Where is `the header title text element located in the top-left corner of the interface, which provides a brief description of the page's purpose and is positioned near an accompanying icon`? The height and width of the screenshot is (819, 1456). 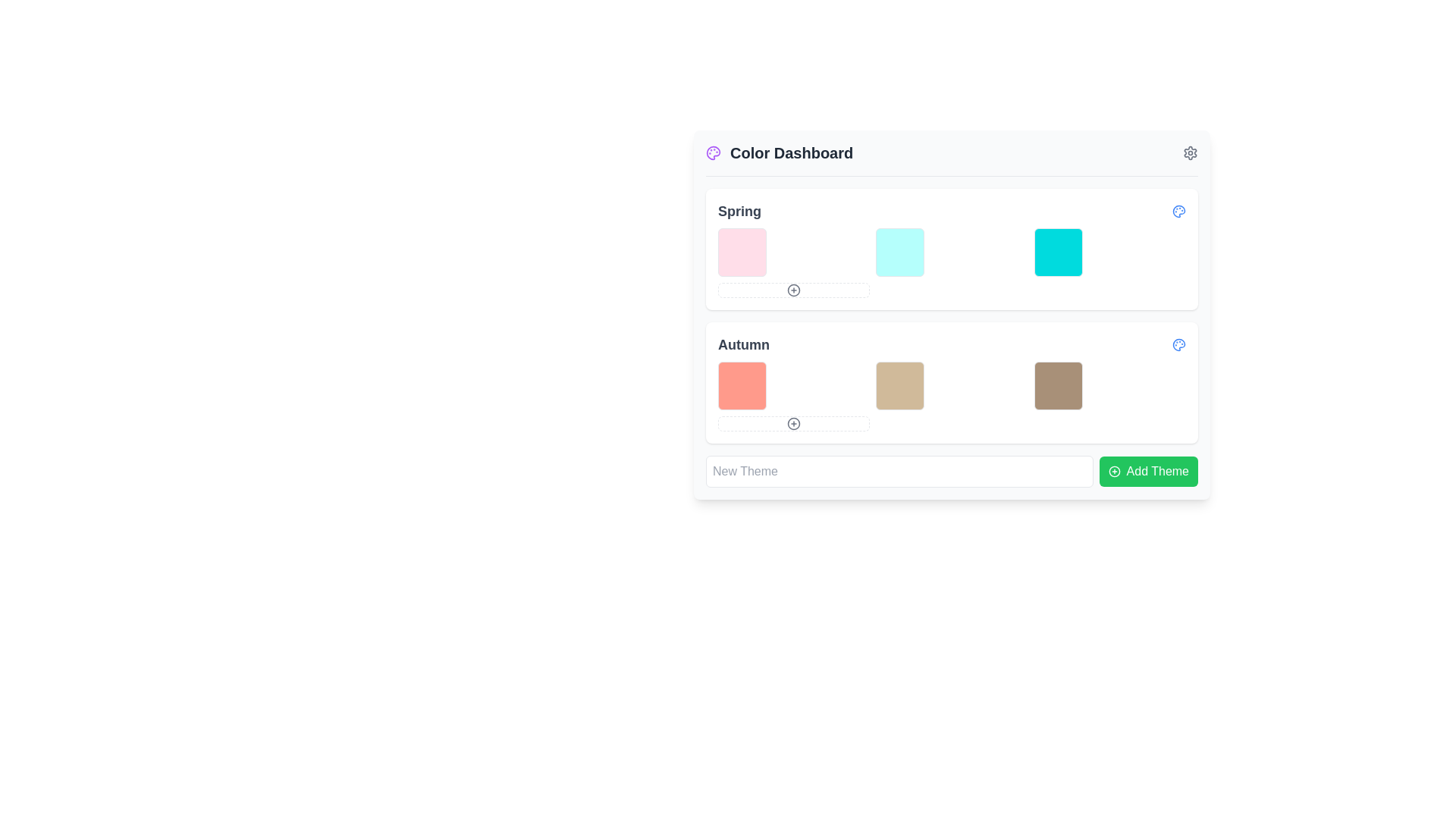
the header title text element located in the top-left corner of the interface, which provides a brief description of the page's purpose and is positioned near an accompanying icon is located at coordinates (780, 152).